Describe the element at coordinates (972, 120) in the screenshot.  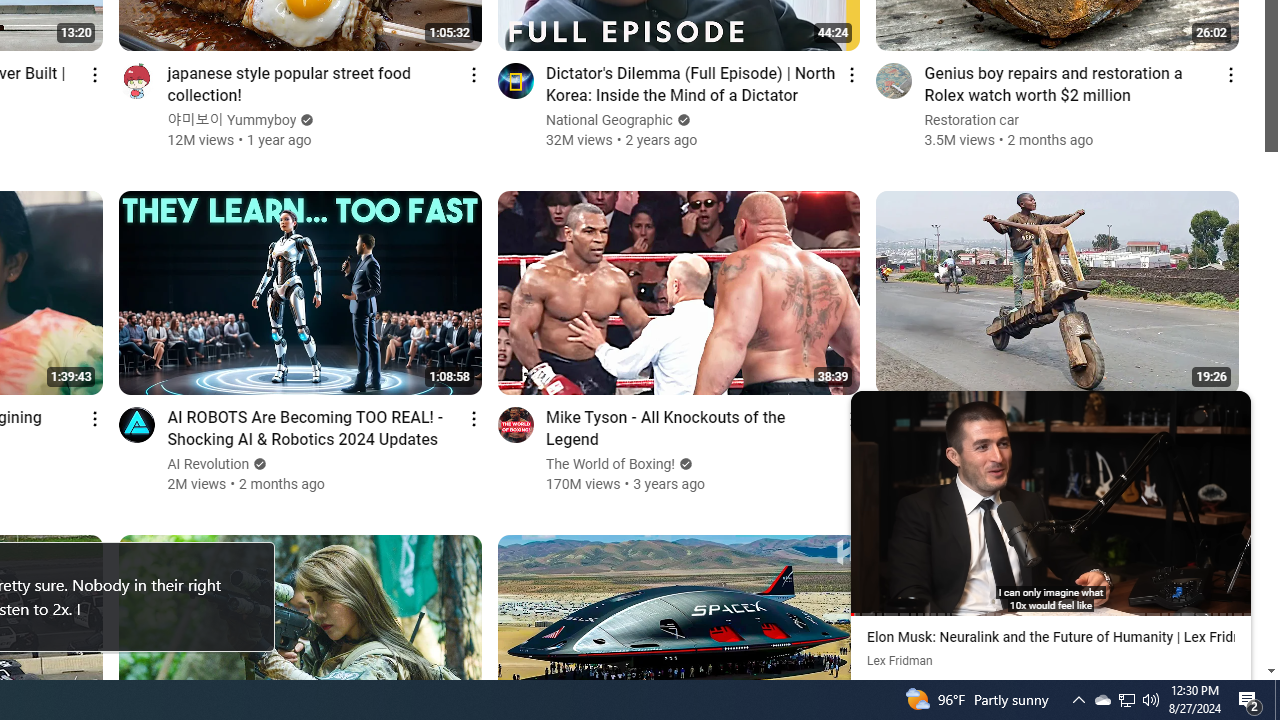
I see `'Restoration car'` at that location.